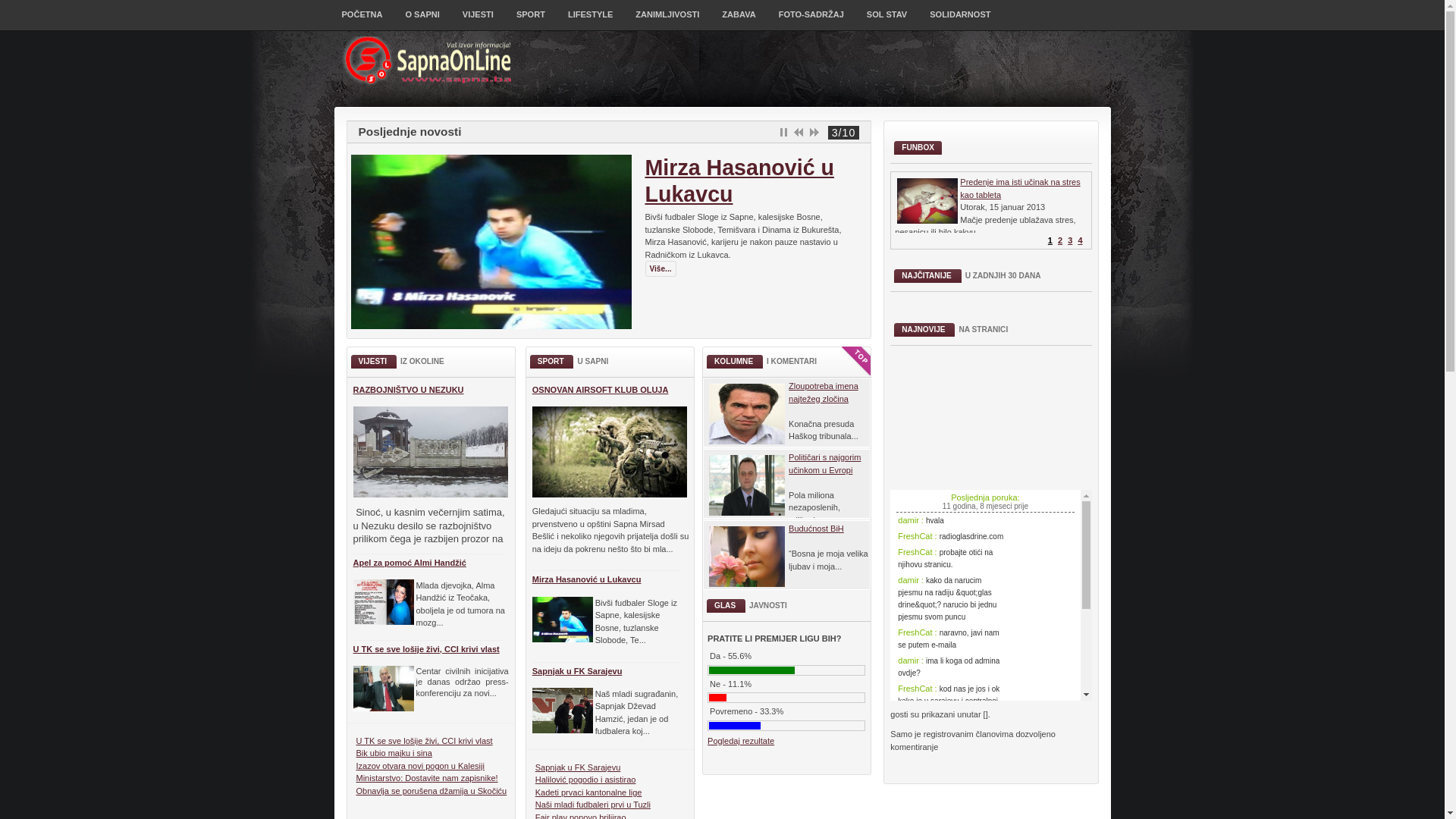 The width and height of the screenshot is (1456, 819). Describe the element at coordinates (667, 20) in the screenshot. I see `'ZANIMLJIVOSTI'` at that location.